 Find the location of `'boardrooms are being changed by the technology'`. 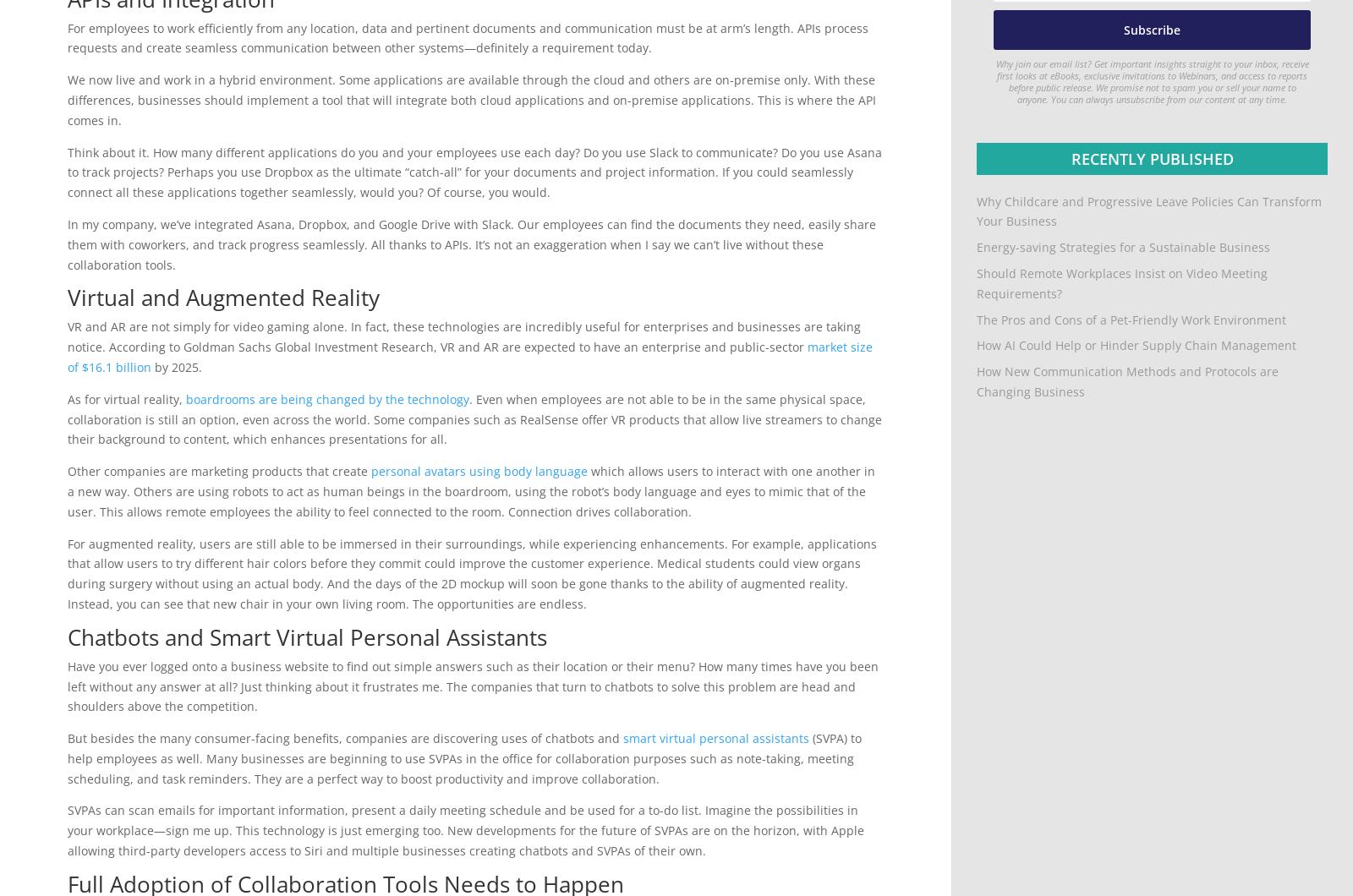

'boardrooms are being changed by the technology' is located at coordinates (327, 397).